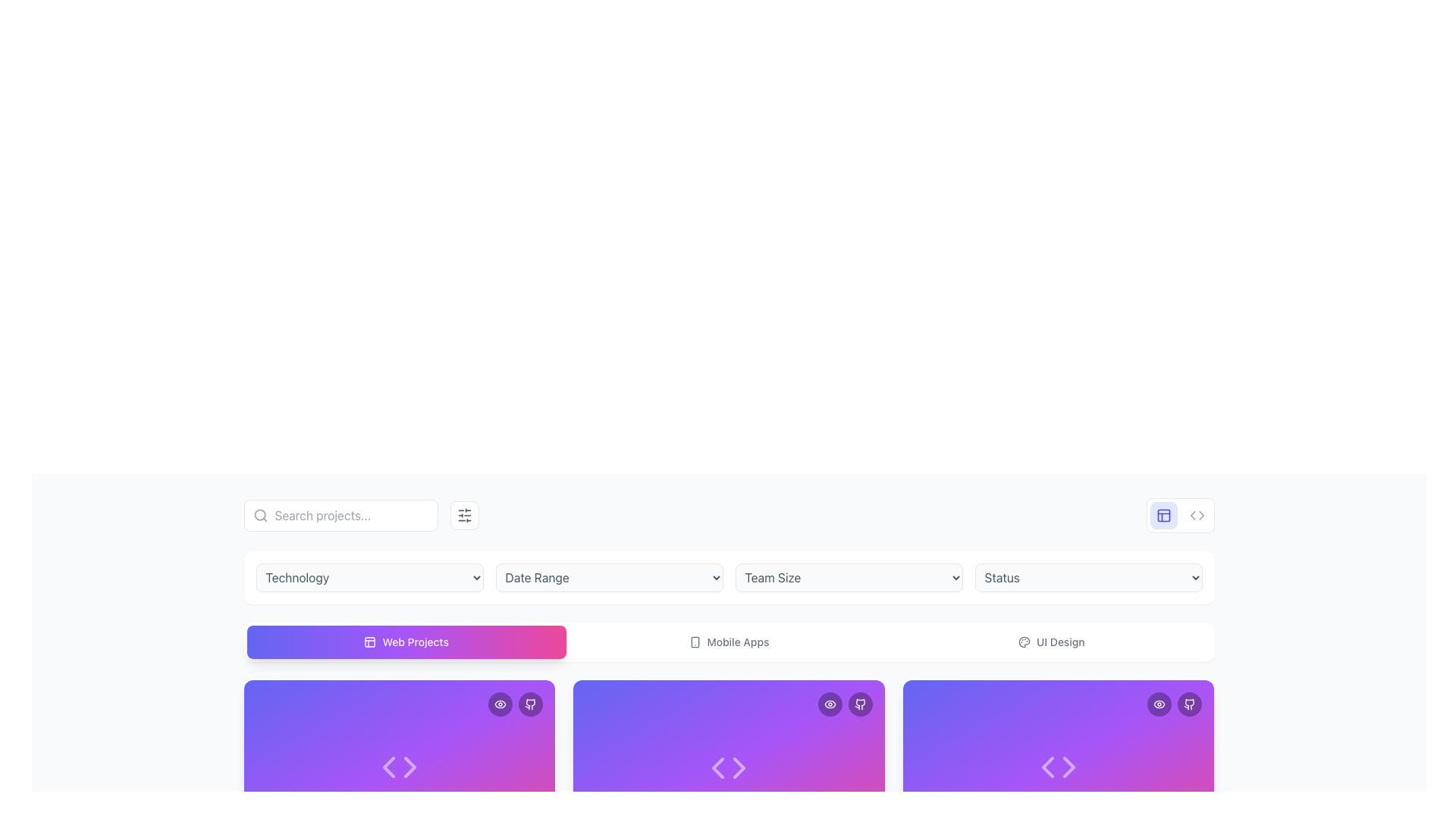 This screenshot has width=1456, height=819. Describe the element at coordinates (1196, 514) in the screenshot. I see `the second button in the top-right corner of the interface, which is located directly to the right of a grid-like icon` at that location.